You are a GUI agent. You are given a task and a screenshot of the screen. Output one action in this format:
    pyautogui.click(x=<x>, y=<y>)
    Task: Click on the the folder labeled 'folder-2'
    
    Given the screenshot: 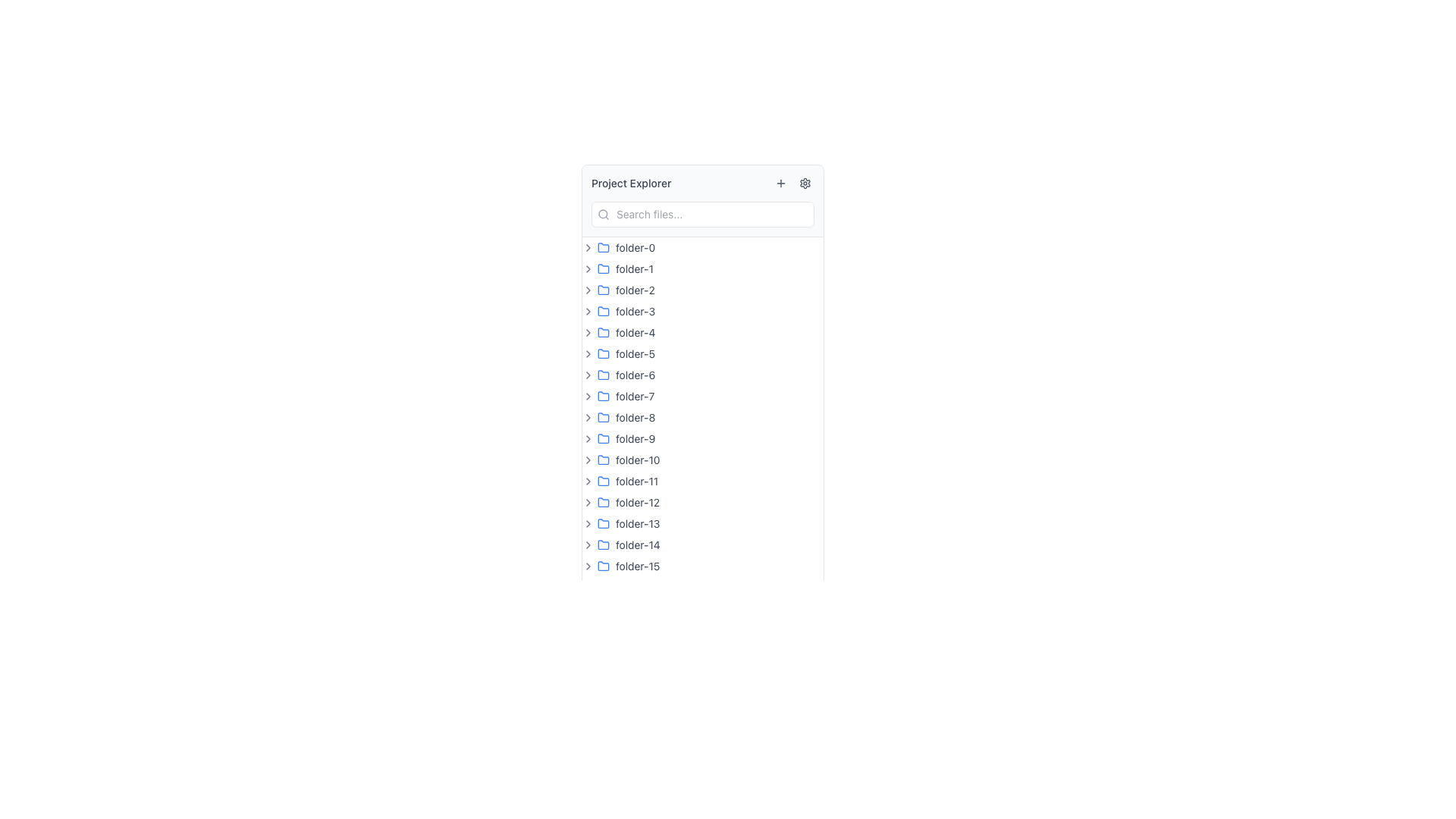 What is the action you would take?
    pyautogui.click(x=701, y=290)
    